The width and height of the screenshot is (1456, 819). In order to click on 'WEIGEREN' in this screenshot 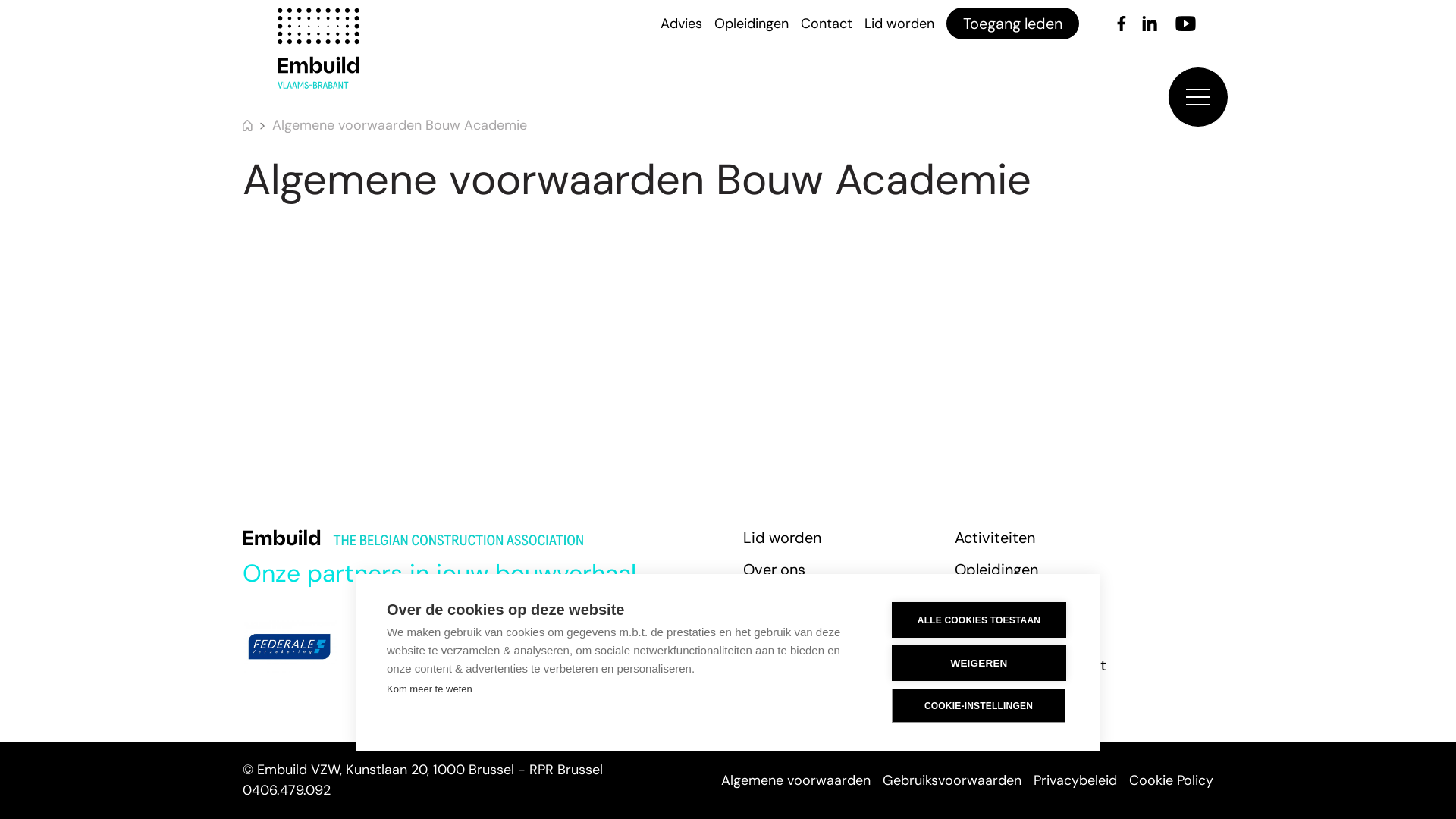, I will do `click(892, 662)`.